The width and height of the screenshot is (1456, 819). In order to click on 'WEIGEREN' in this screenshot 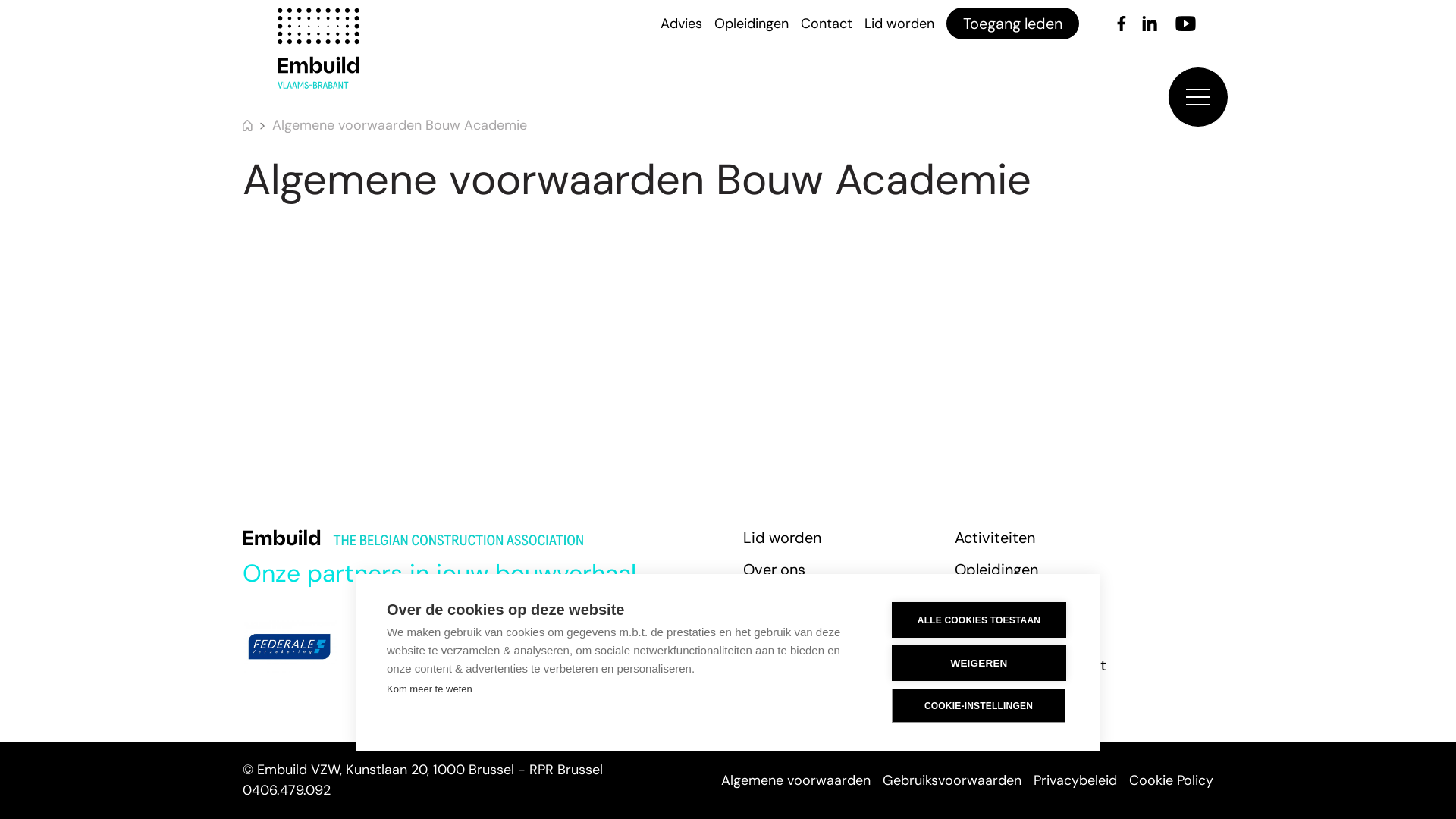, I will do `click(892, 662)`.